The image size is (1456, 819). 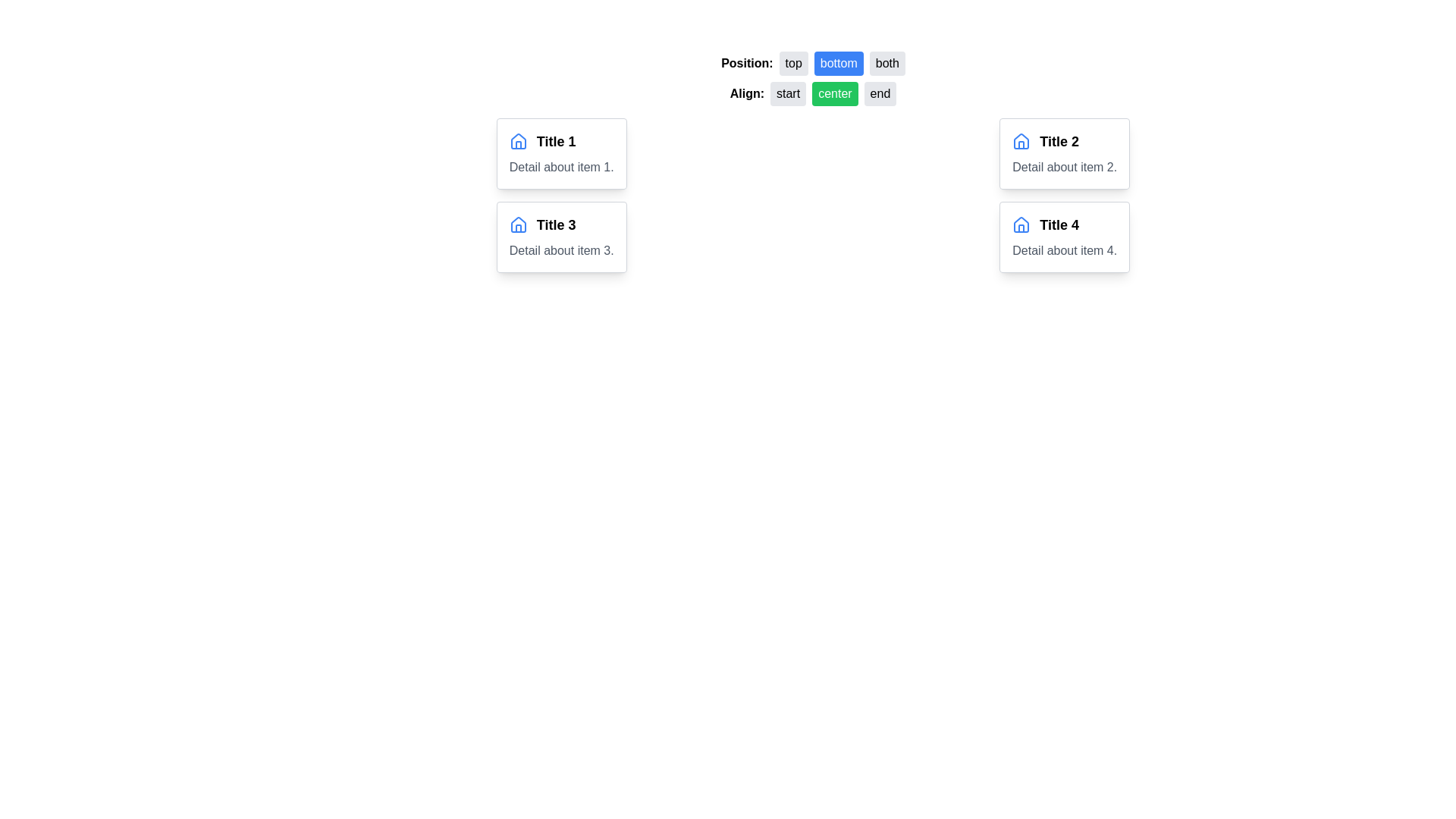 What do you see at coordinates (1059, 225) in the screenshot?
I see `the static text label that serves as the fourth title in a series, positioned in the second column and second row, located below 'Title 2' and adjacent to a house icon` at bounding box center [1059, 225].